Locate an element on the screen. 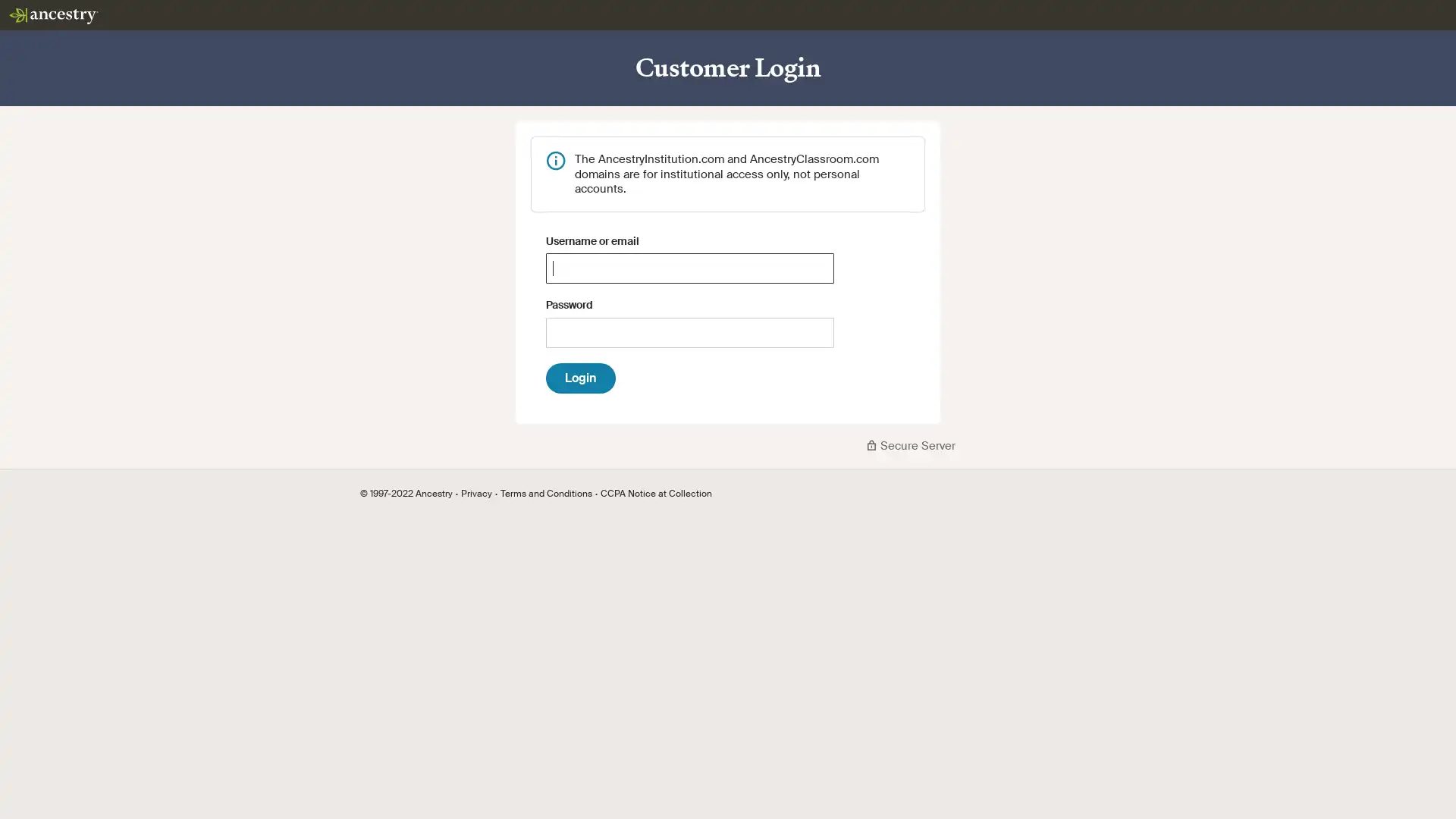 The width and height of the screenshot is (1456, 819). Login is located at coordinates (580, 376).